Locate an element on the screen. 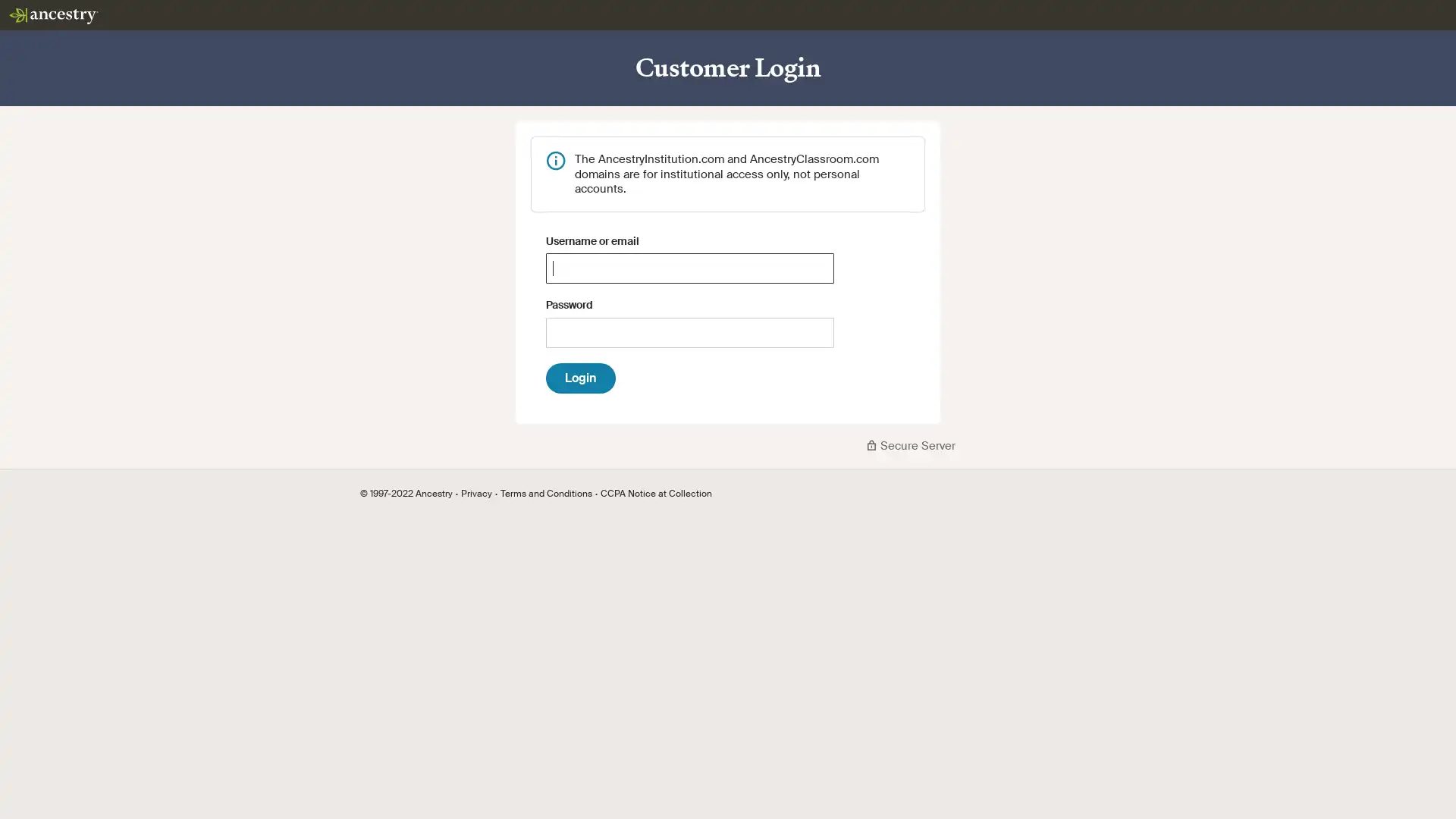 The width and height of the screenshot is (1456, 819). Login is located at coordinates (580, 376).